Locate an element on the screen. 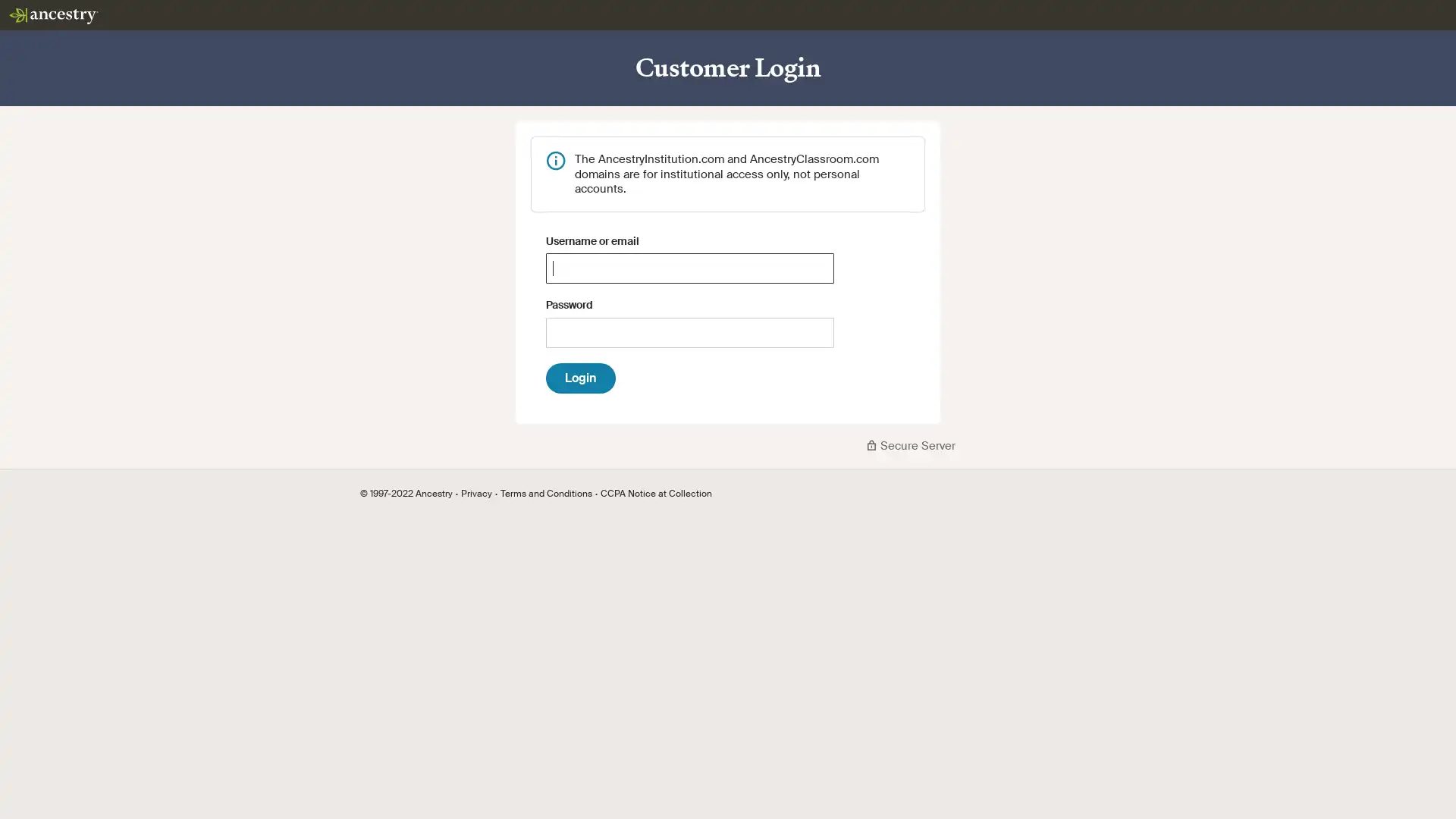 The width and height of the screenshot is (1456, 819). Login is located at coordinates (580, 376).